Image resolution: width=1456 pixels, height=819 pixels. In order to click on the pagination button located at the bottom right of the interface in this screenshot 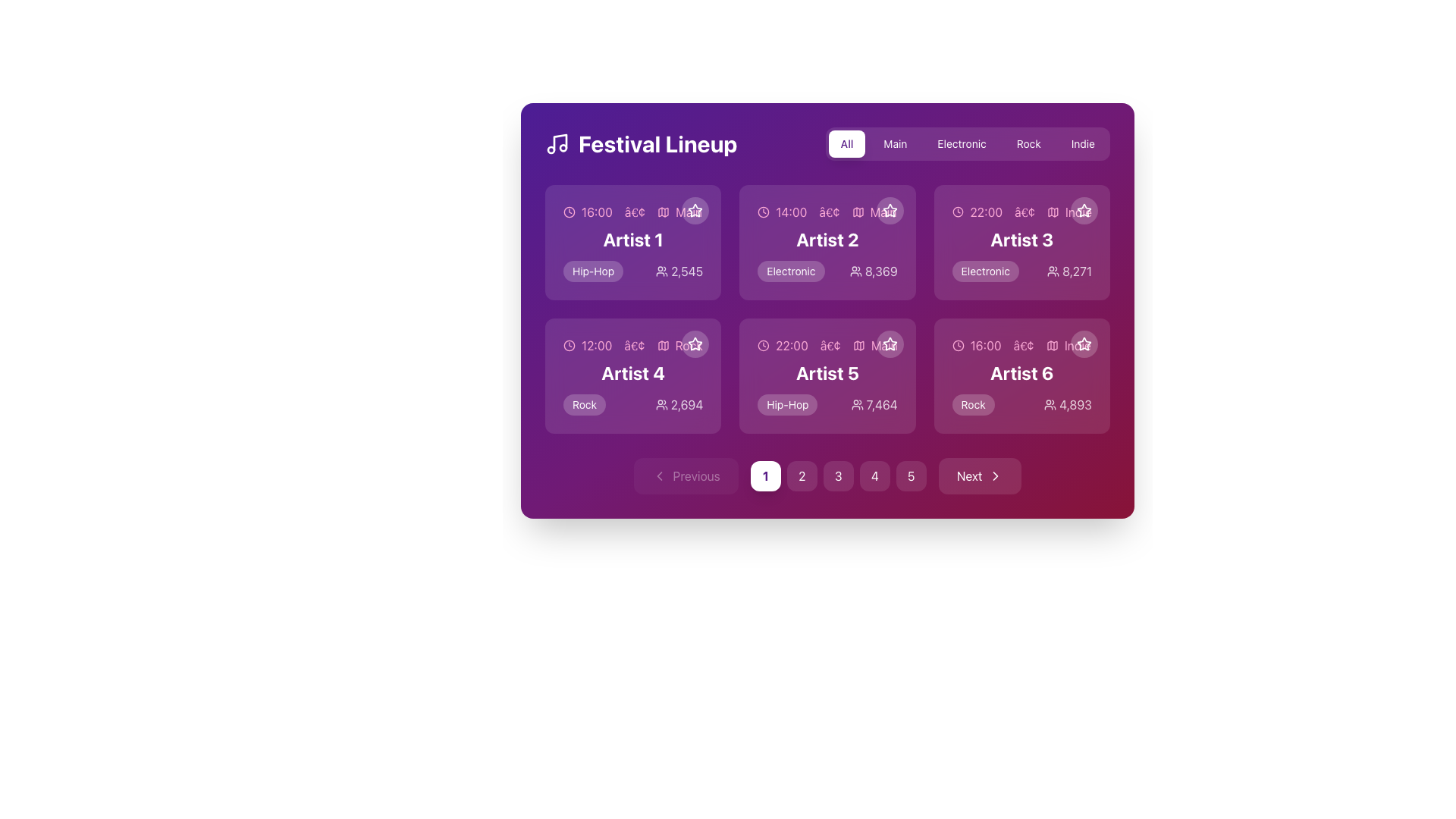, I will do `click(980, 475)`.